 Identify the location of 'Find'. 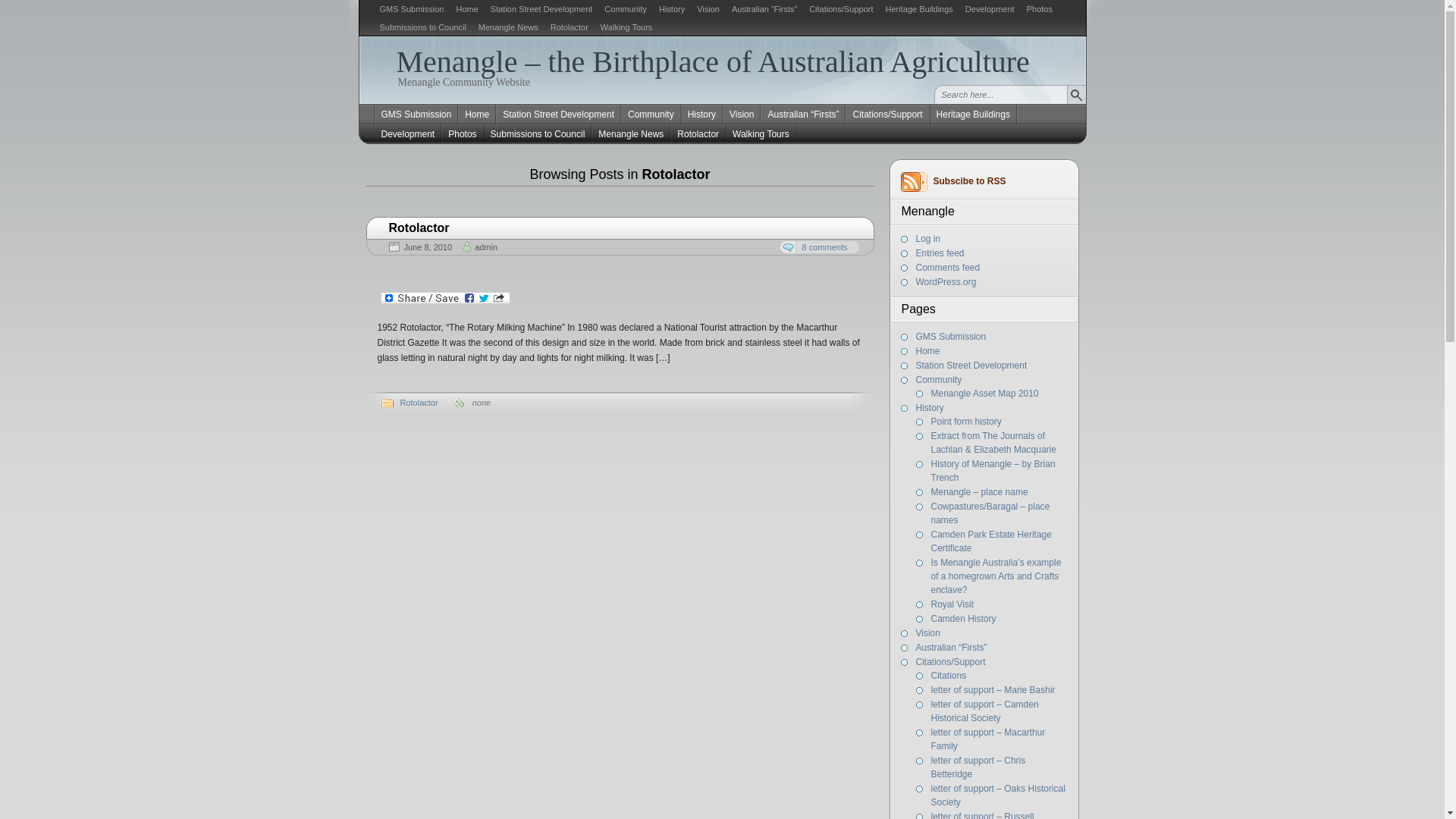
(1075, 94).